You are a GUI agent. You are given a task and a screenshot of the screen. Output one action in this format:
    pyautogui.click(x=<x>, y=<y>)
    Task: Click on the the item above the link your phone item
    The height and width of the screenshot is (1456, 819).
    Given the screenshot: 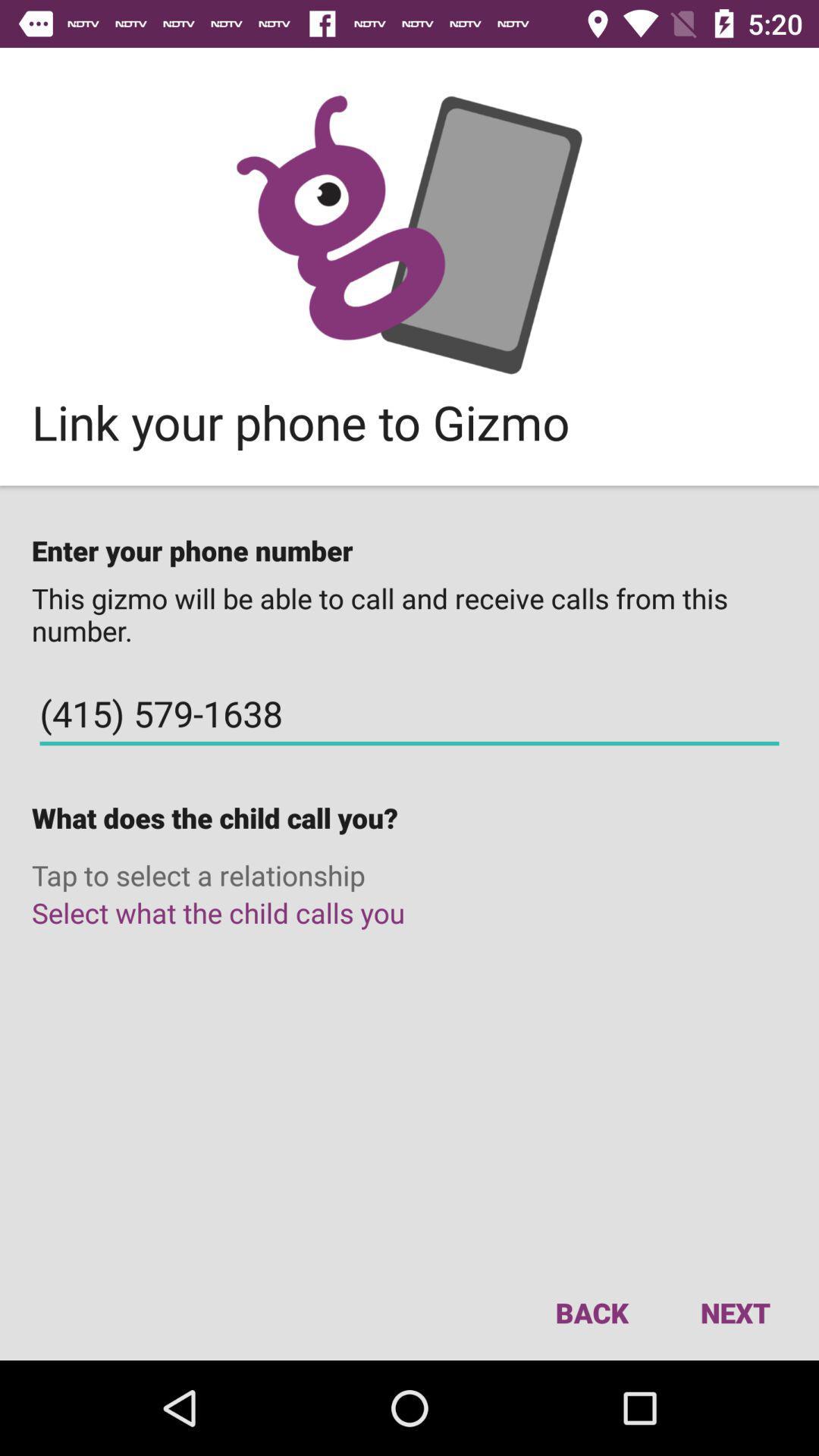 What is the action you would take?
    pyautogui.click(x=409, y=234)
    